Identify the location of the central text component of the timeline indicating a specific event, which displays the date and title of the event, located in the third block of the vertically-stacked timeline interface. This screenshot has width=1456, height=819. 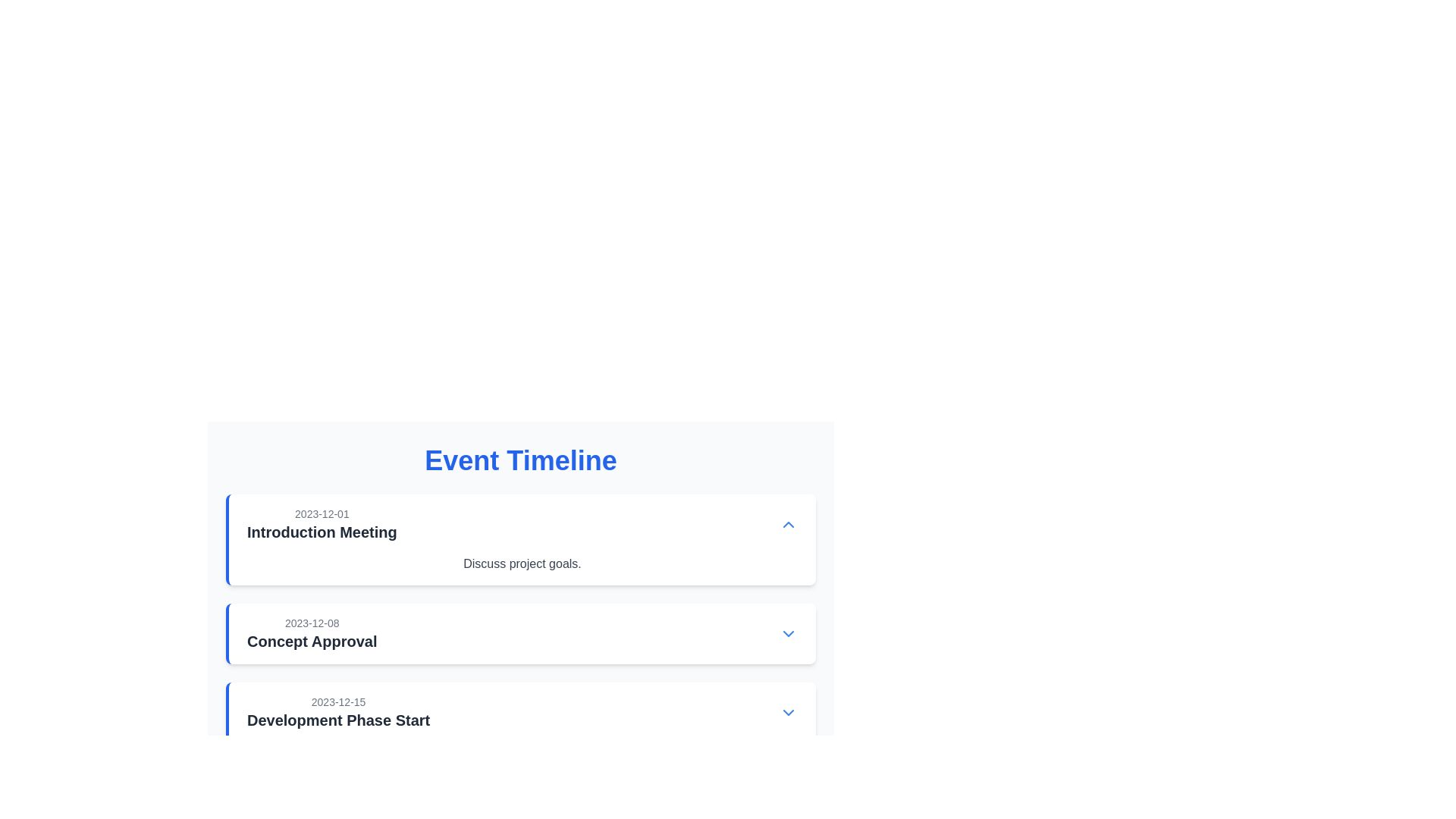
(337, 713).